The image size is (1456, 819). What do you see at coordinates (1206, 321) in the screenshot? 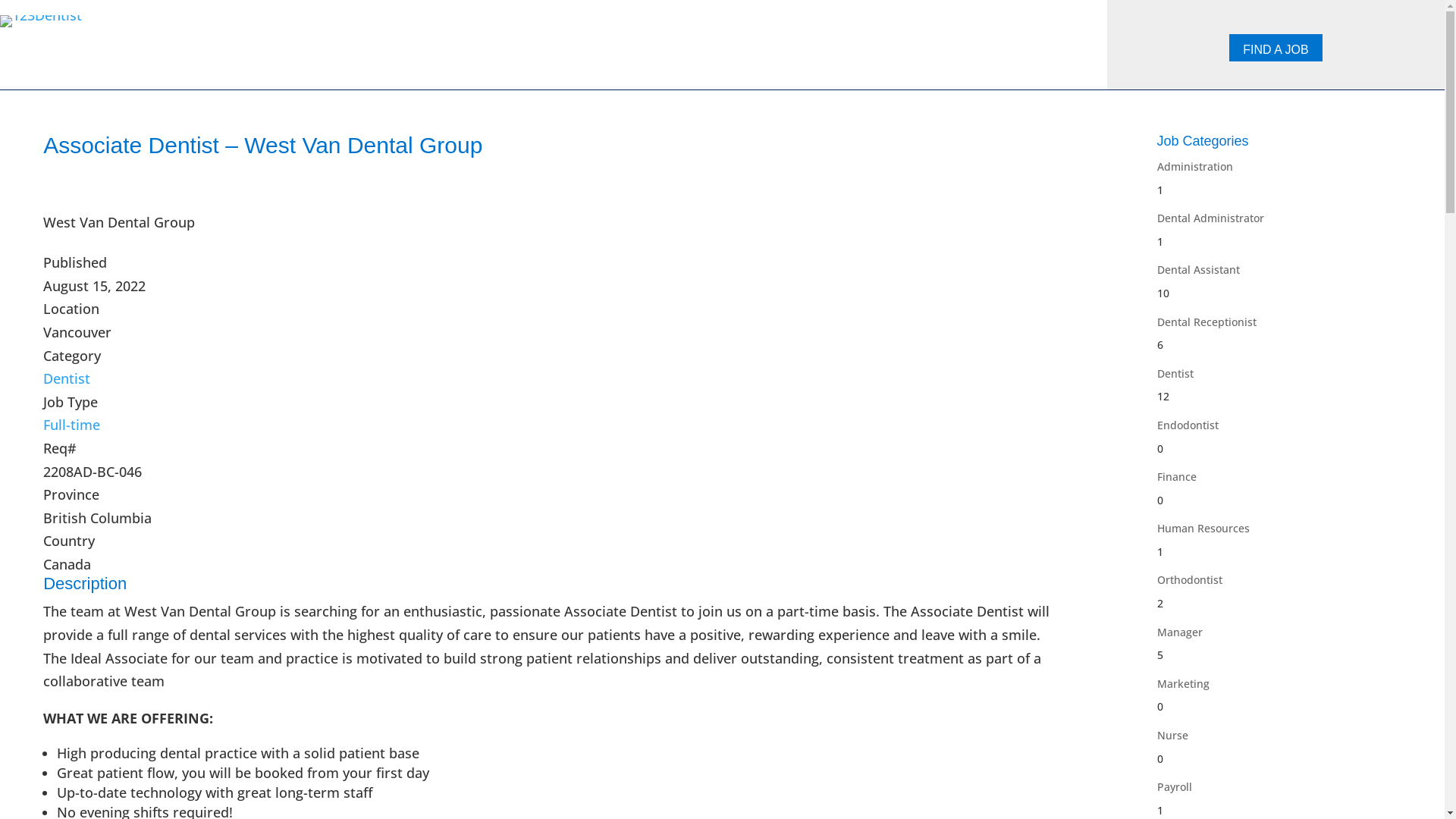
I see `'Dental Receptionist'` at bounding box center [1206, 321].